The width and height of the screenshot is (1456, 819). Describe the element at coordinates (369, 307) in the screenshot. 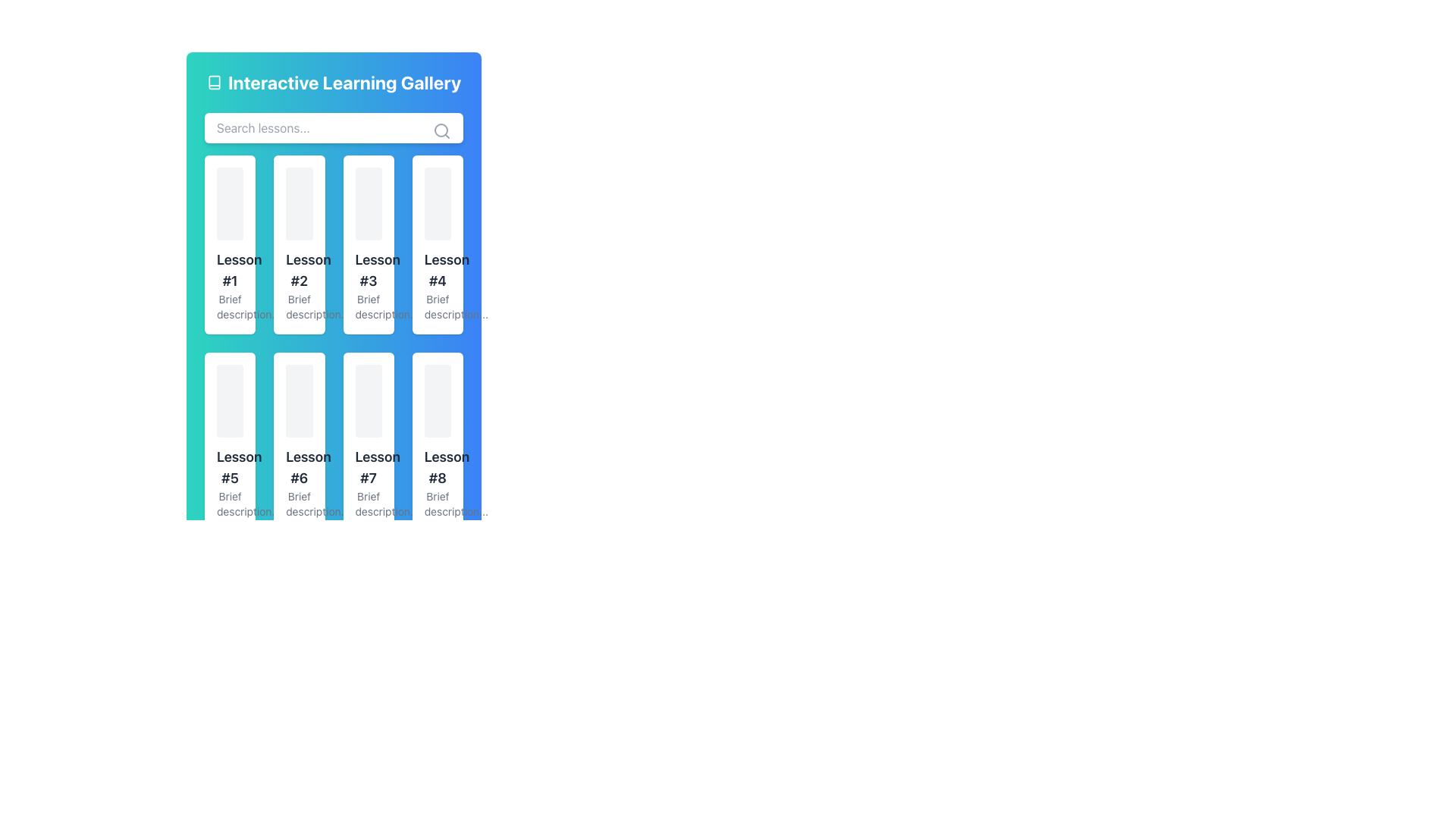

I see `the text label that provides a brief description for the lesson card titled 'Lesson #3', located beneath the heading within the card in the top-right corner of the grid under 'Interactive Learning Gallery'` at that location.